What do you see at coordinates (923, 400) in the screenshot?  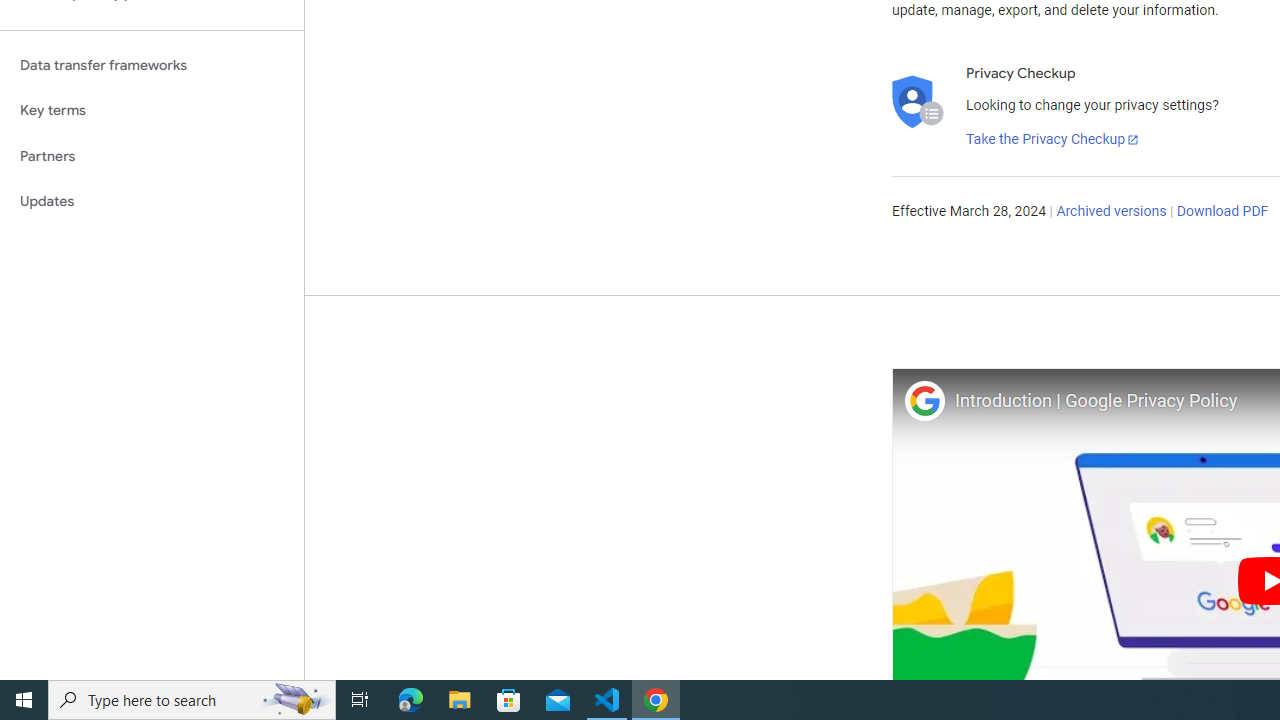 I see `'Photo image of Google'` at bounding box center [923, 400].